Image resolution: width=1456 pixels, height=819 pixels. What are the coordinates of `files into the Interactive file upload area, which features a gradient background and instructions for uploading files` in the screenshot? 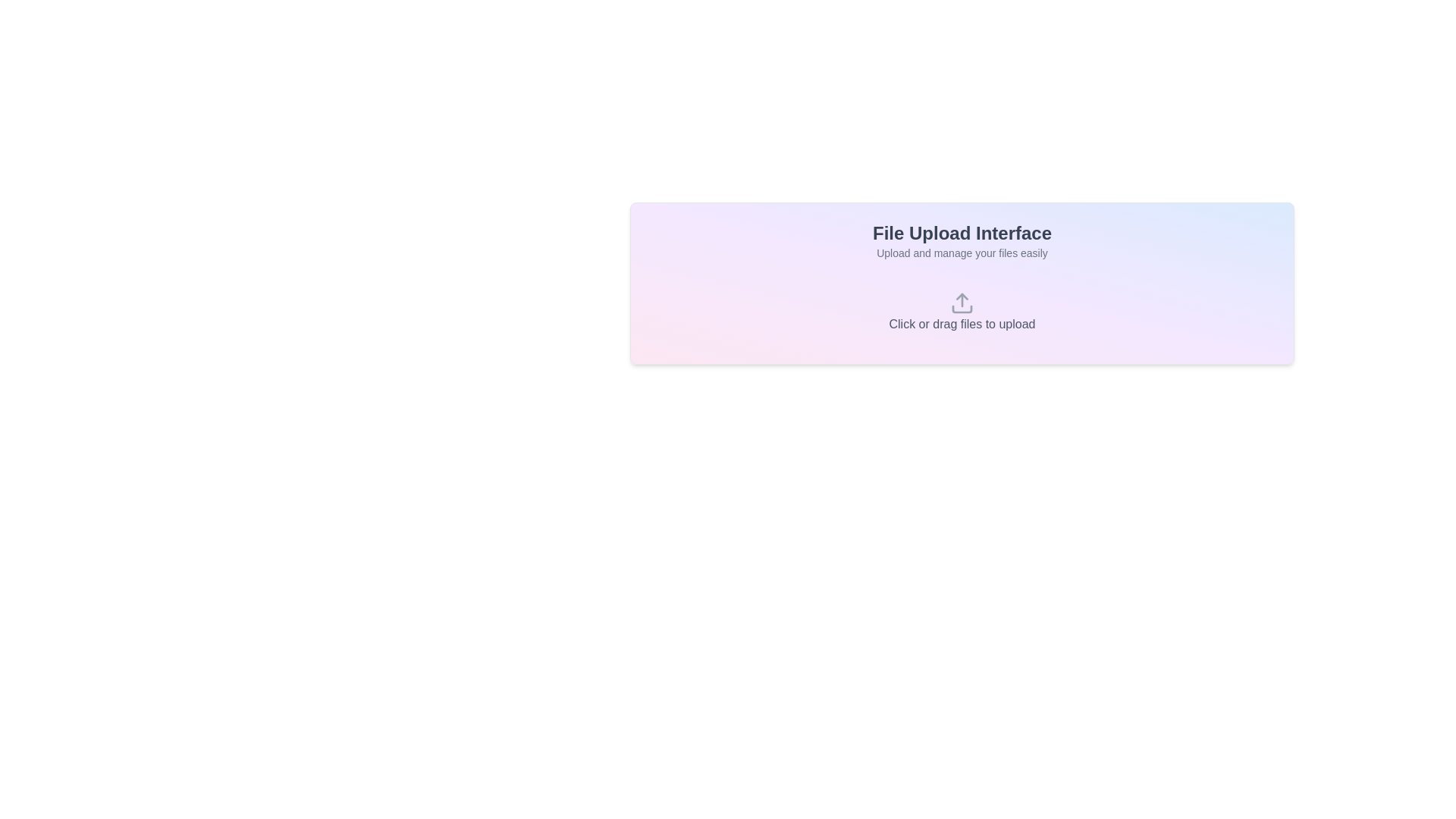 It's located at (961, 284).